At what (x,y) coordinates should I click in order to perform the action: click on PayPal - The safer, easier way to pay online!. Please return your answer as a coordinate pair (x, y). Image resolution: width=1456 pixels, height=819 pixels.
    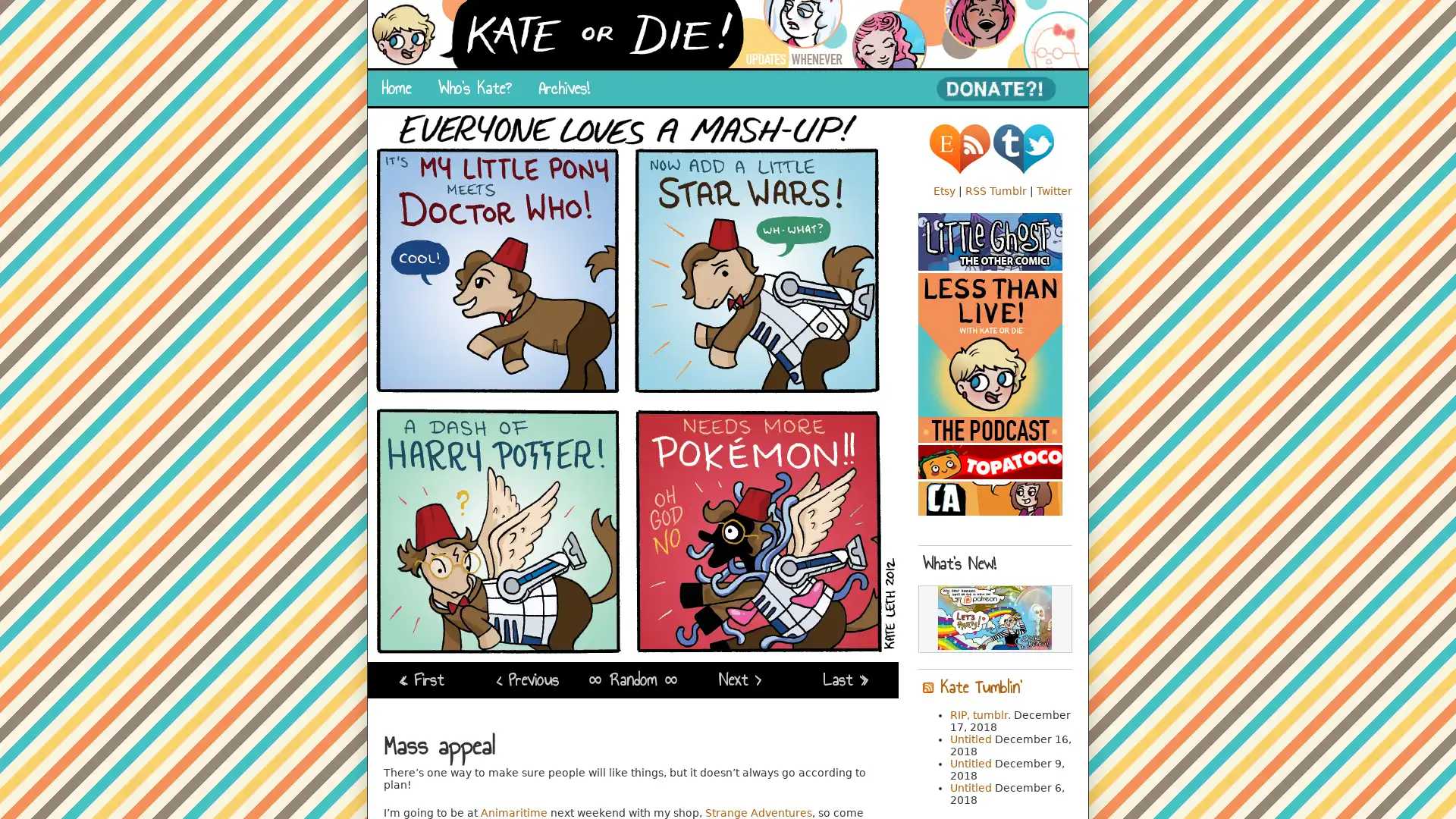
    Looking at the image, I should click on (995, 89).